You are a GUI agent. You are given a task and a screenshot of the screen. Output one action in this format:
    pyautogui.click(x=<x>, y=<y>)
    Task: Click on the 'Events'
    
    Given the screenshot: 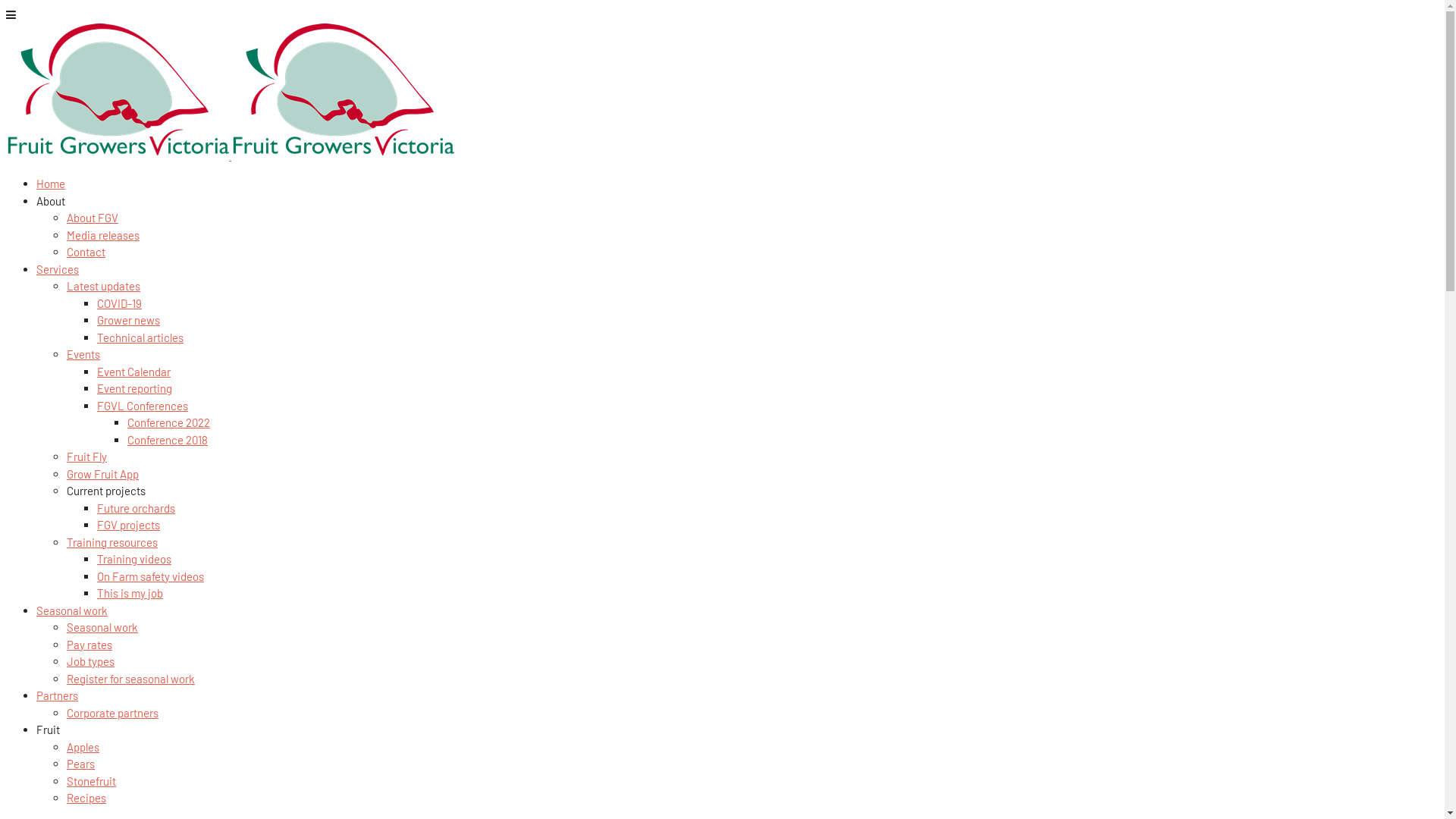 What is the action you would take?
    pyautogui.click(x=83, y=353)
    